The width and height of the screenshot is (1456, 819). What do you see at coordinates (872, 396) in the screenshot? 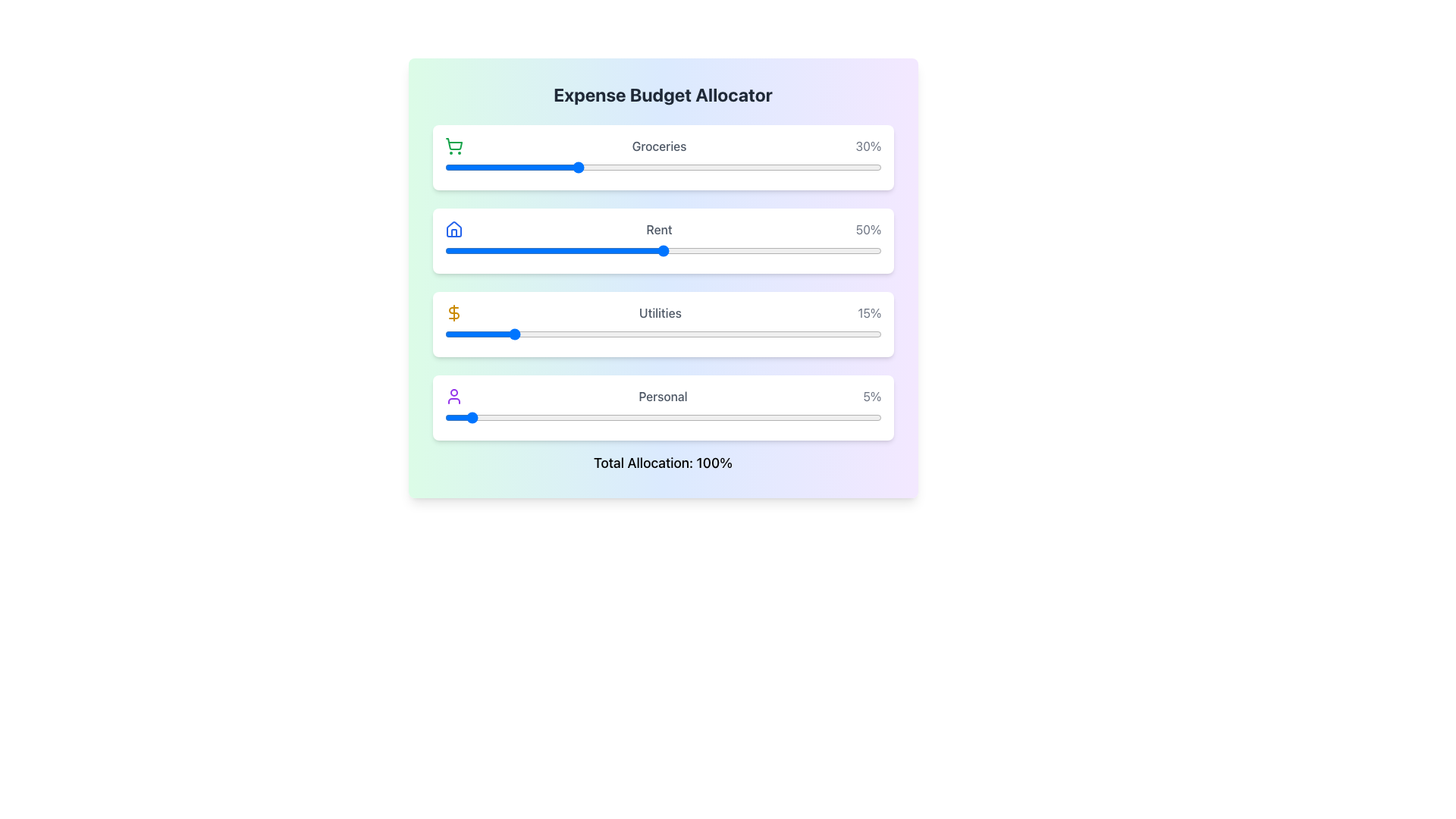
I see `the static text label displaying '5%' which is styled in light gray and positioned at the far right of the 'Personal' row in the expense allocation list` at bounding box center [872, 396].